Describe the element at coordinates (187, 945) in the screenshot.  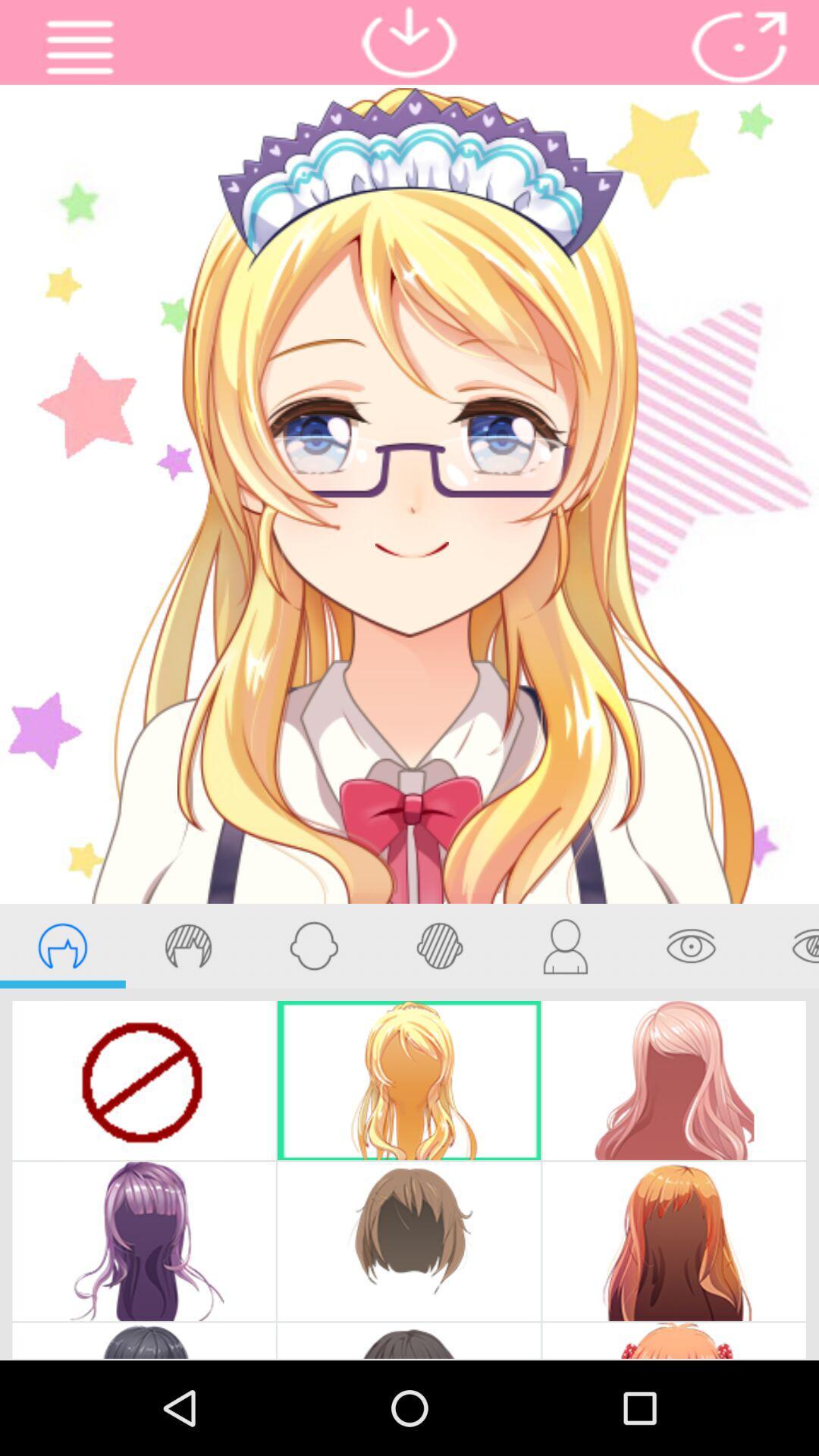
I see `hair colour` at that location.